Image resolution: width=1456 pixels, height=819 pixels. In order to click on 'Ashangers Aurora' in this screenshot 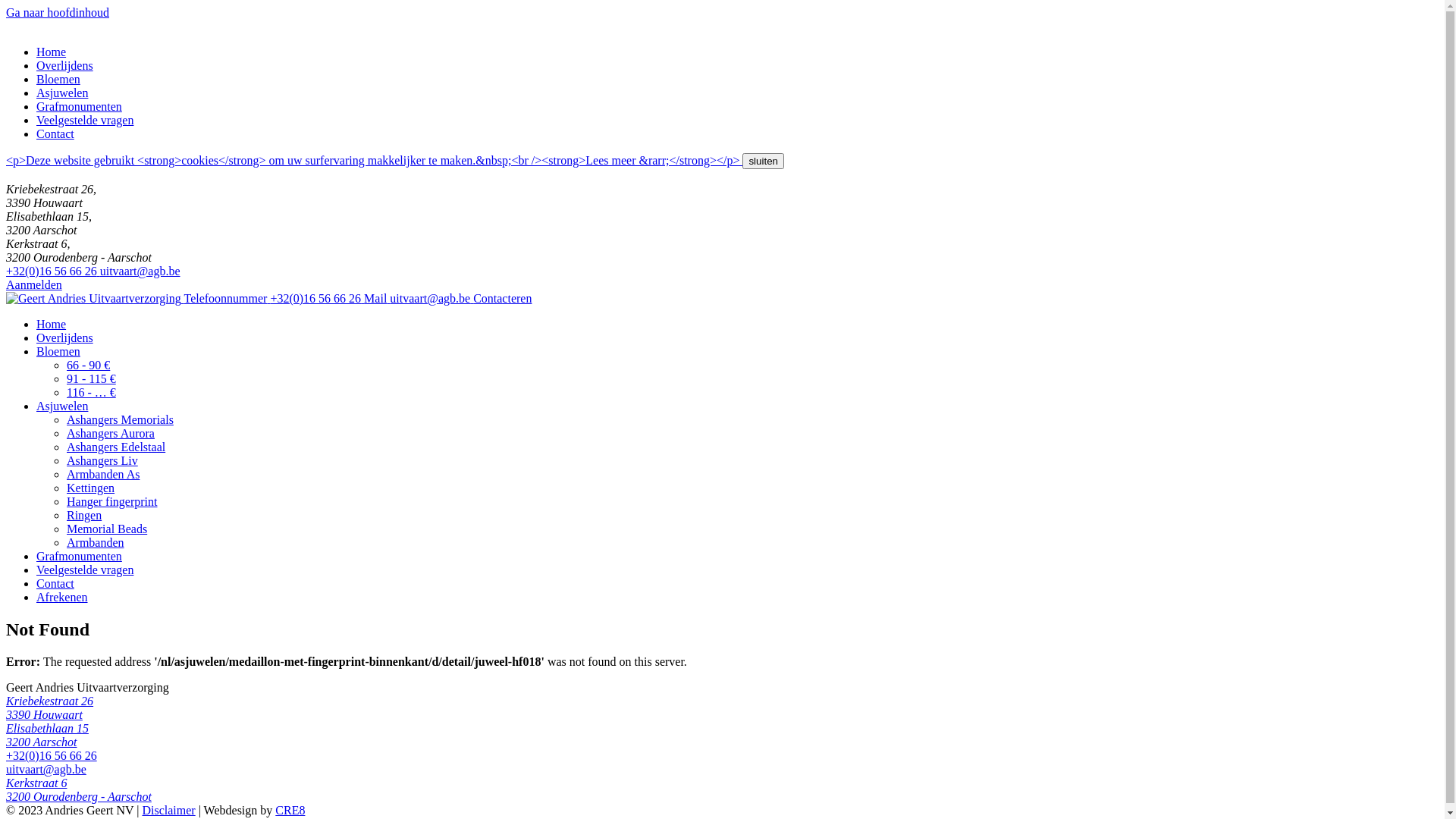, I will do `click(65, 433)`.